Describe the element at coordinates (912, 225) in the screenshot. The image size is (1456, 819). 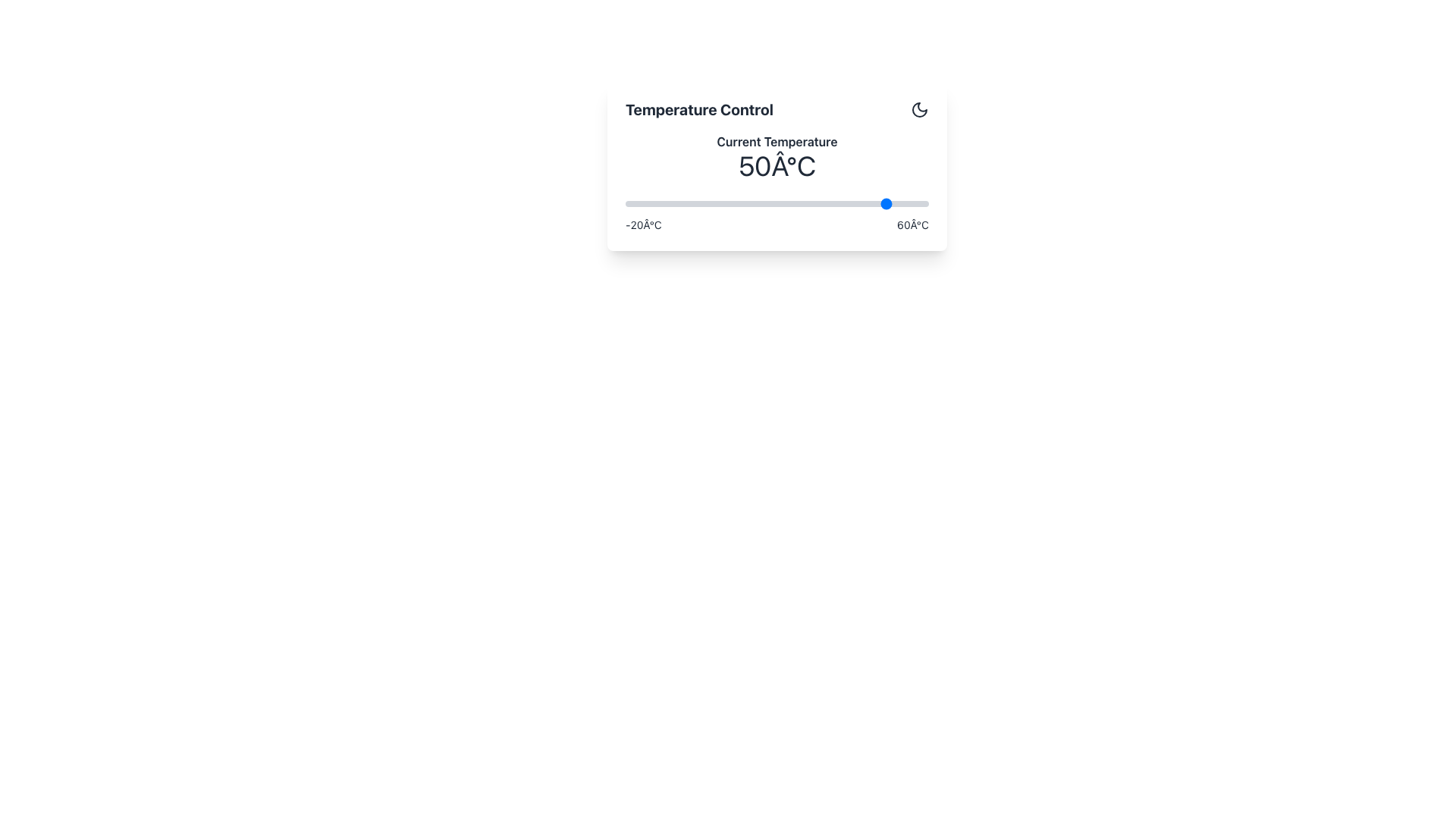
I see `displayed text from the static text label that shows the maximum temperature on the far right side of the temperature range selector` at that location.